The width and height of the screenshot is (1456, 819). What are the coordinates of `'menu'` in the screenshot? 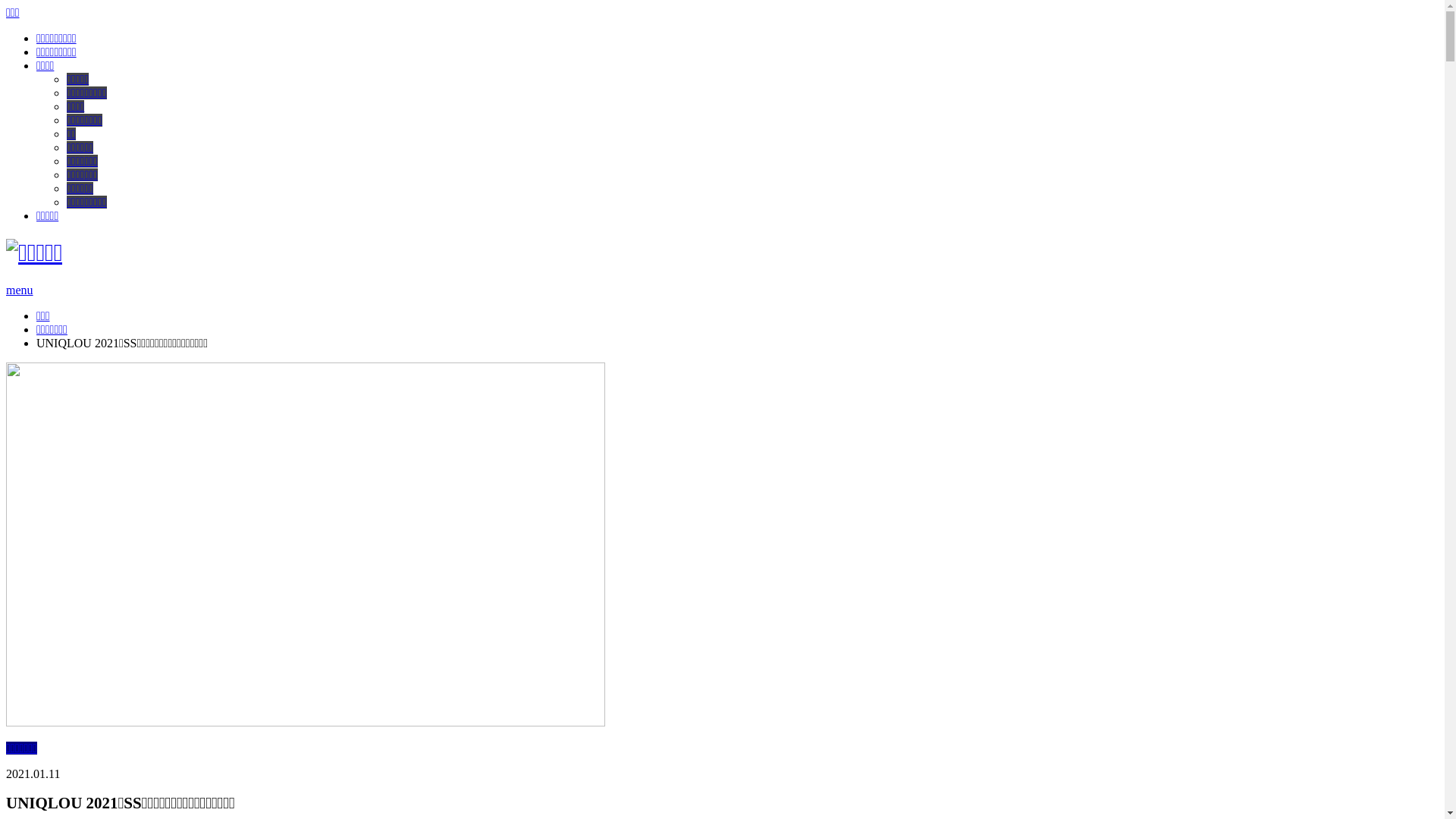 It's located at (19, 290).